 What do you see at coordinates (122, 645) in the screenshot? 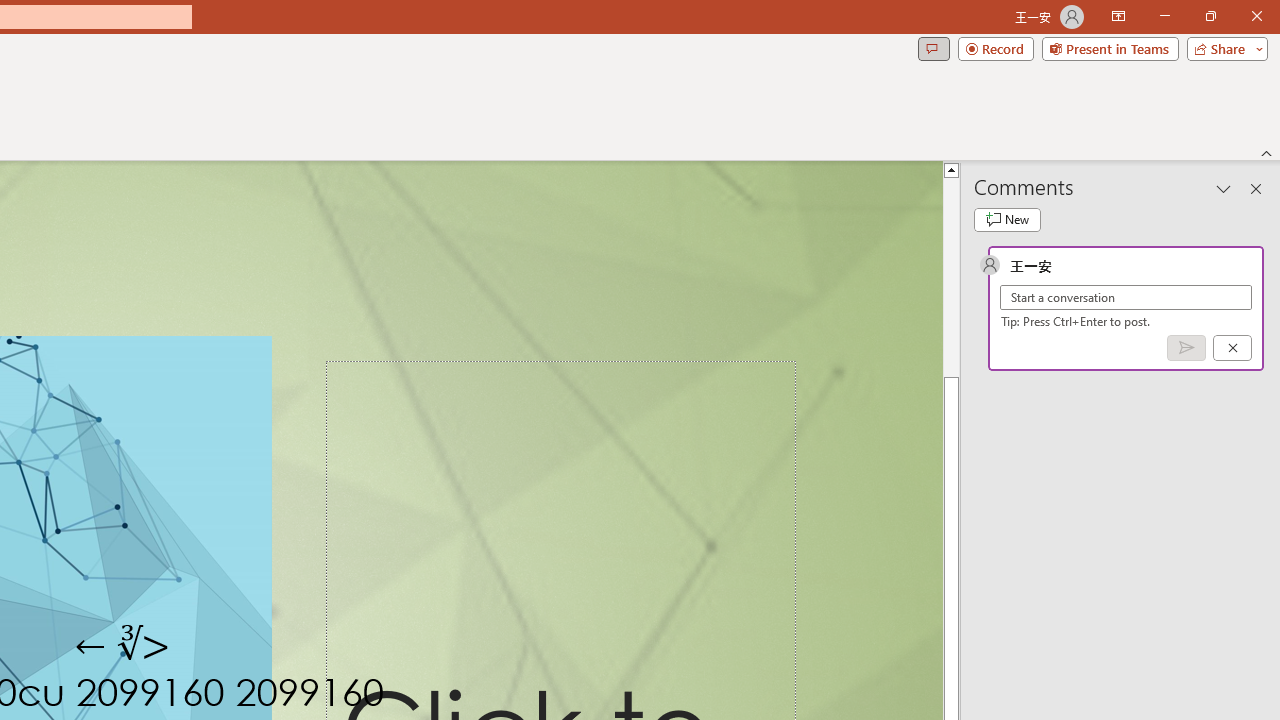
I see `'TextBox 7'` at bounding box center [122, 645].